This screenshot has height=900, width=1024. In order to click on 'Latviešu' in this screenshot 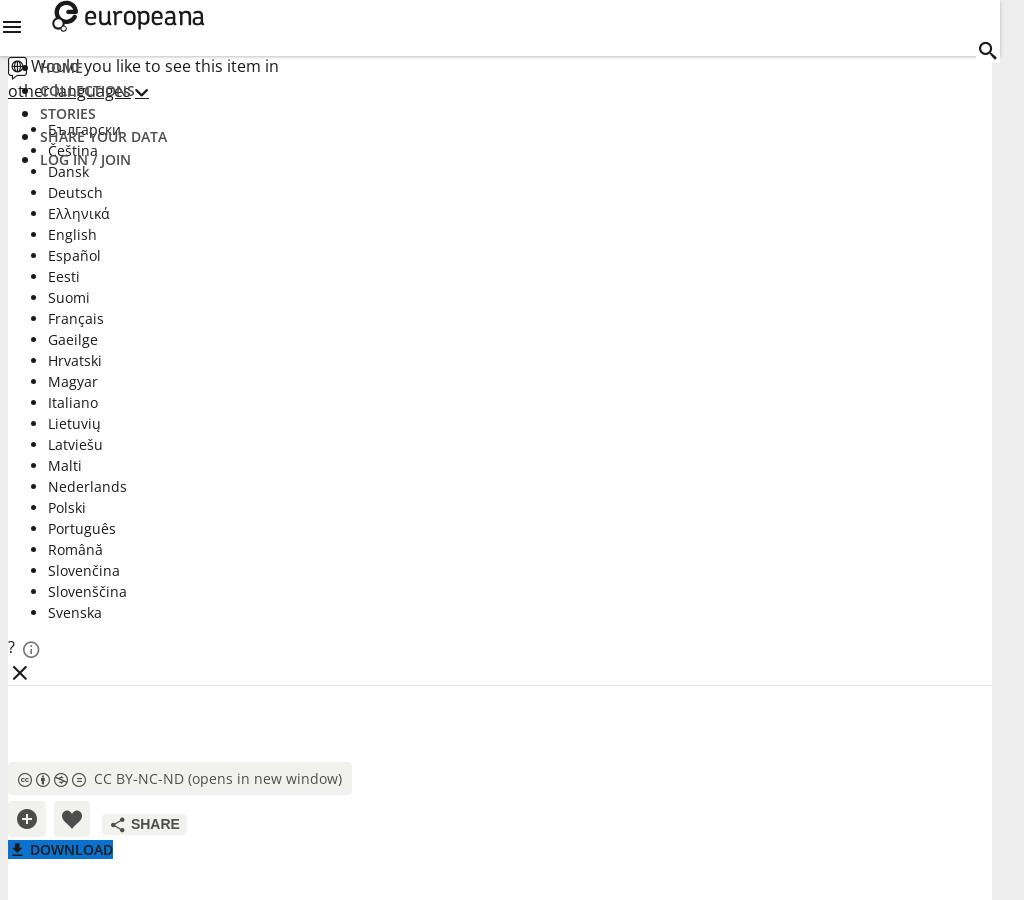, I will do `click(74, 444)`.